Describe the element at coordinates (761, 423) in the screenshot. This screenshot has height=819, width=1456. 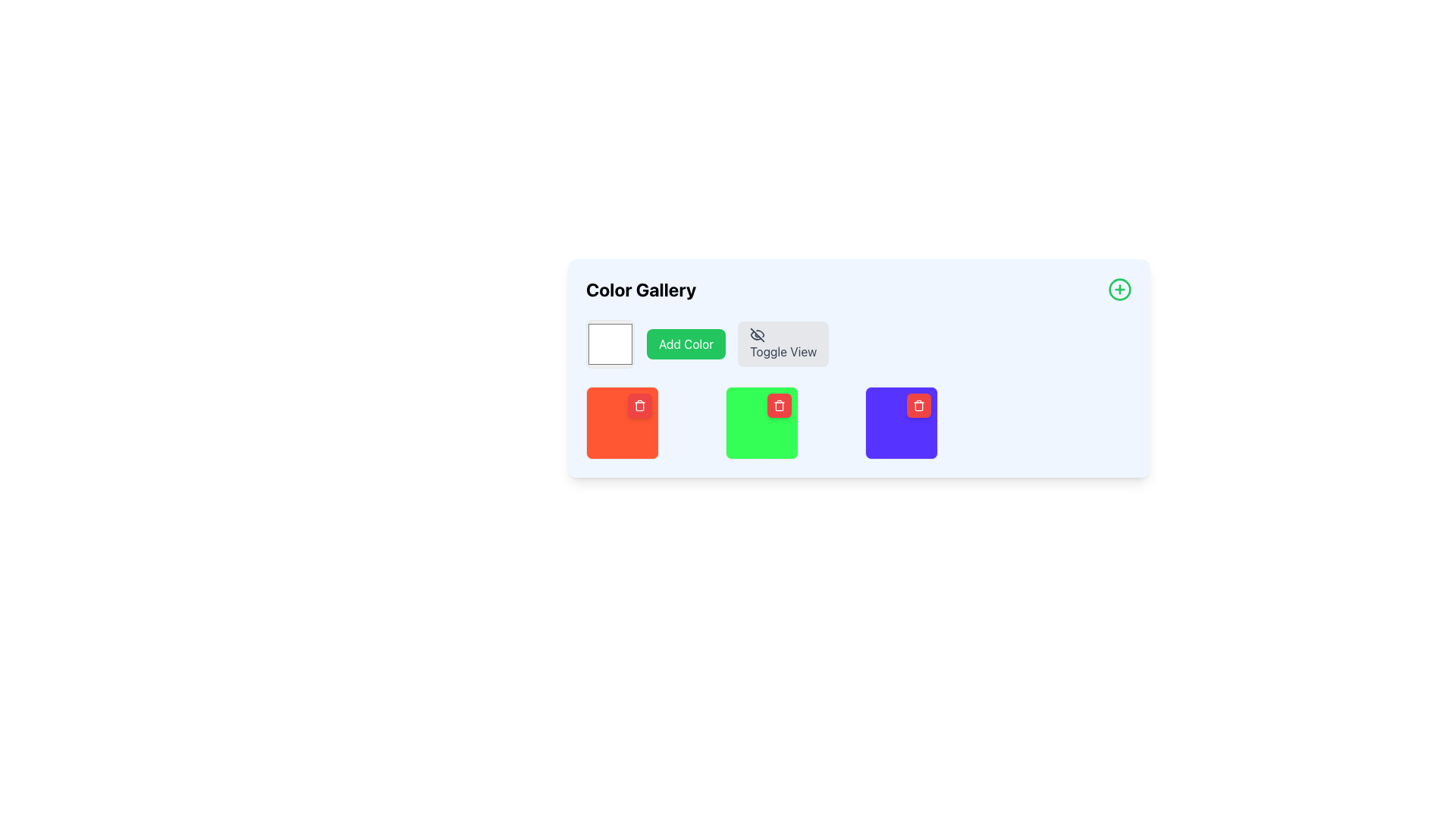
I see `the second selectable color block with a trash icon button in the color selection panel` at that location.